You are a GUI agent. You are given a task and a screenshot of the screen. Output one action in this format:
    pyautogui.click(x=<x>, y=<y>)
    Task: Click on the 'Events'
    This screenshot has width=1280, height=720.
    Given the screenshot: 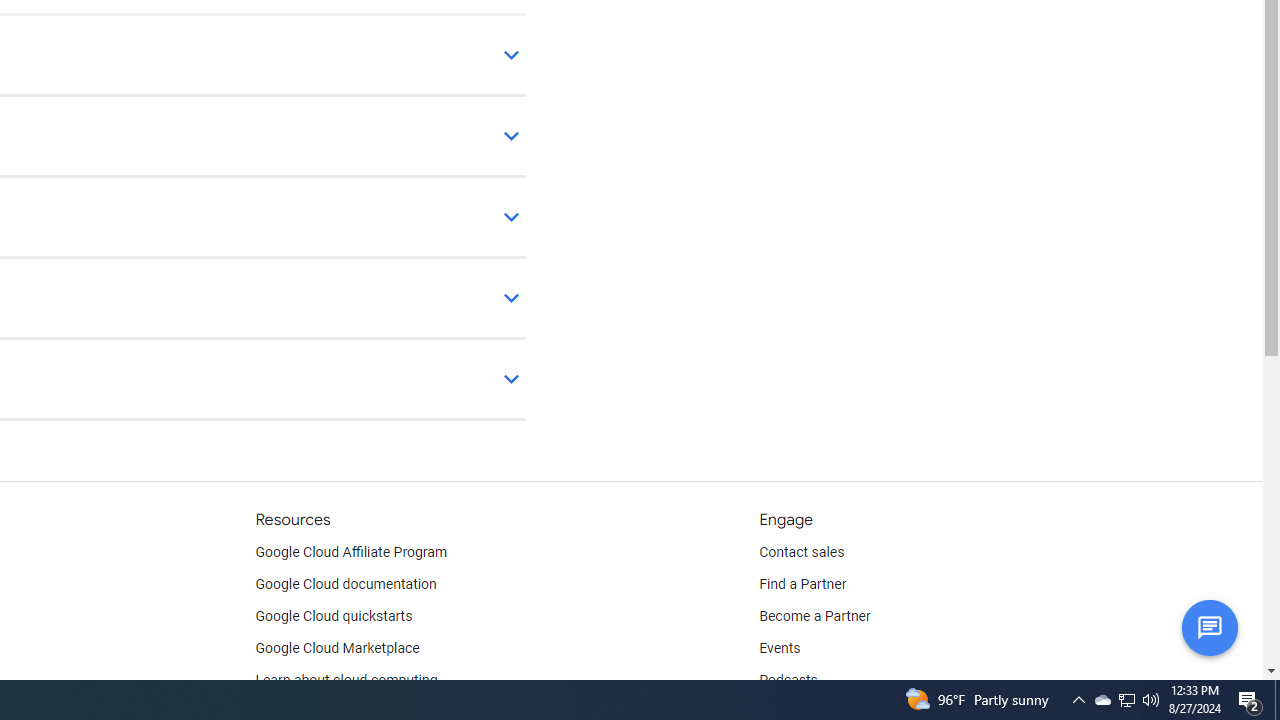 What is the action you would take?
    pyautogui.click(x=779, y=649)
    